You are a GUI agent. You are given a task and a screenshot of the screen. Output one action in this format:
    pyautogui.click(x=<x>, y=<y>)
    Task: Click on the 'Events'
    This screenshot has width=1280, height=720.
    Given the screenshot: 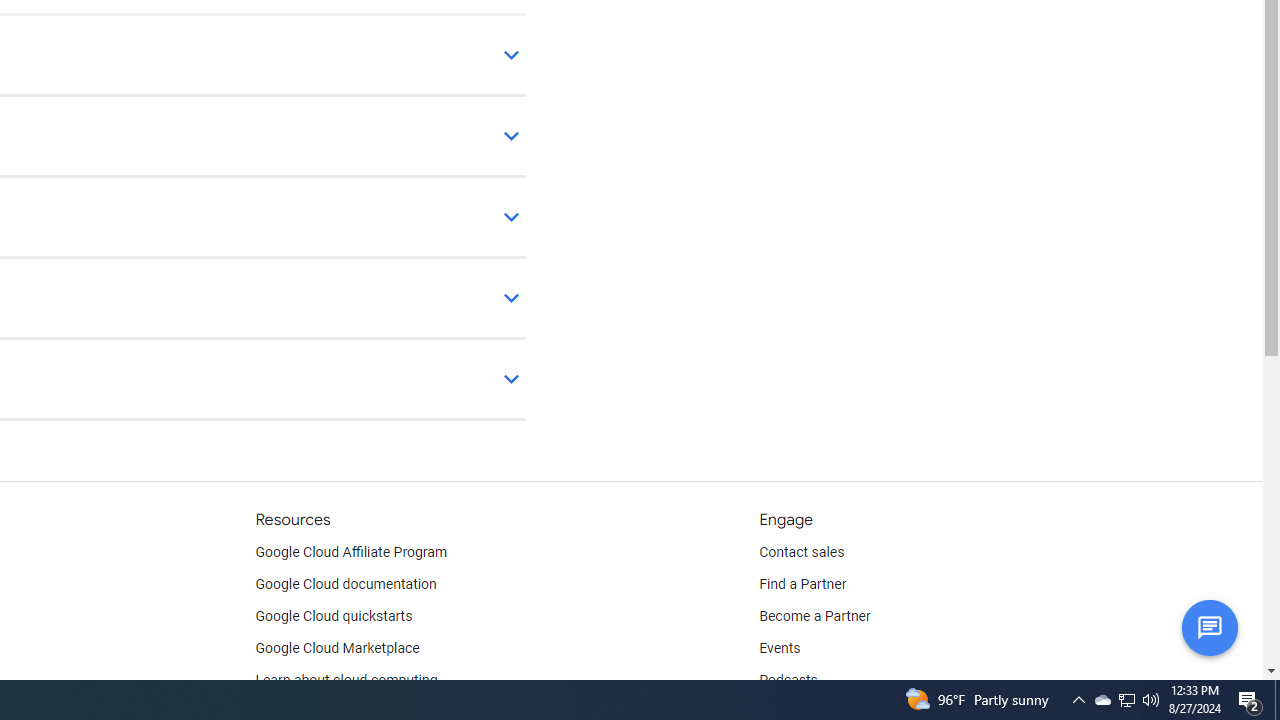 What is the action you would take?
    pyautogui.click(x=779, y=649)
    